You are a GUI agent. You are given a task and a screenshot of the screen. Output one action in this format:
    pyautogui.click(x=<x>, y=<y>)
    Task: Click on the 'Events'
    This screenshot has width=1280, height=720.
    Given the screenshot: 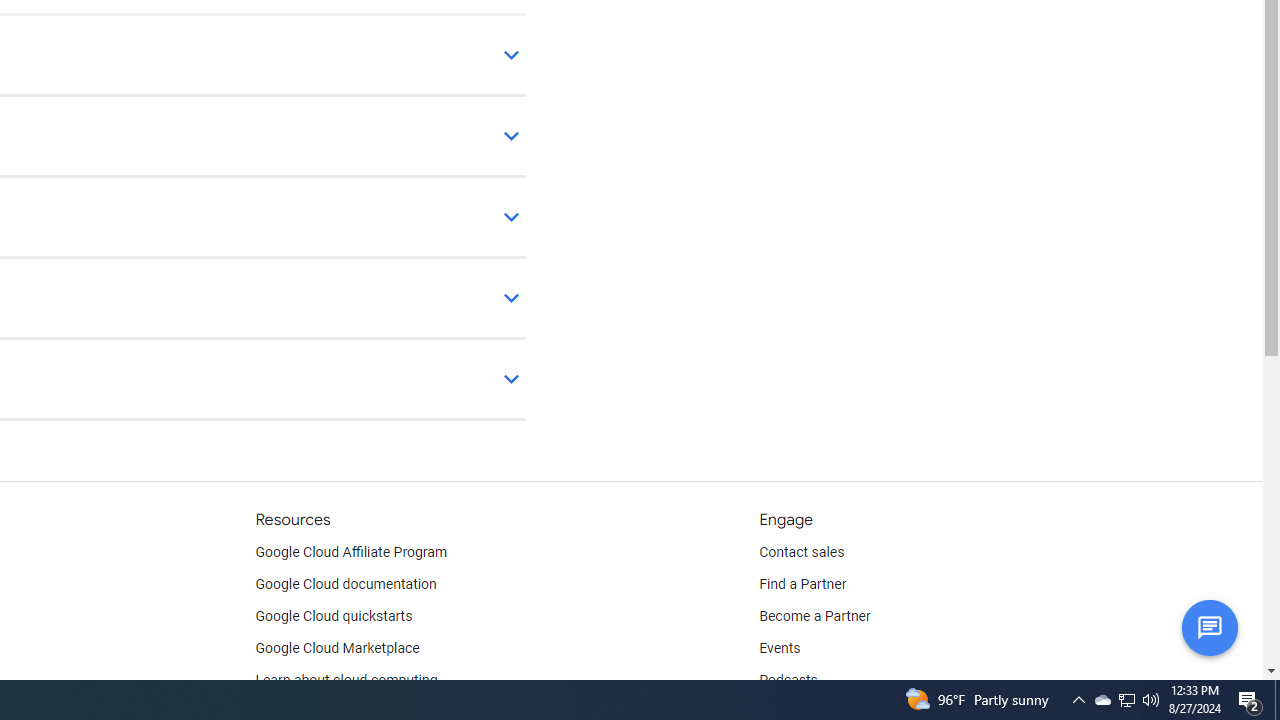 What is the action you would take?
    pyautogui.click(x=779, y=649)
    